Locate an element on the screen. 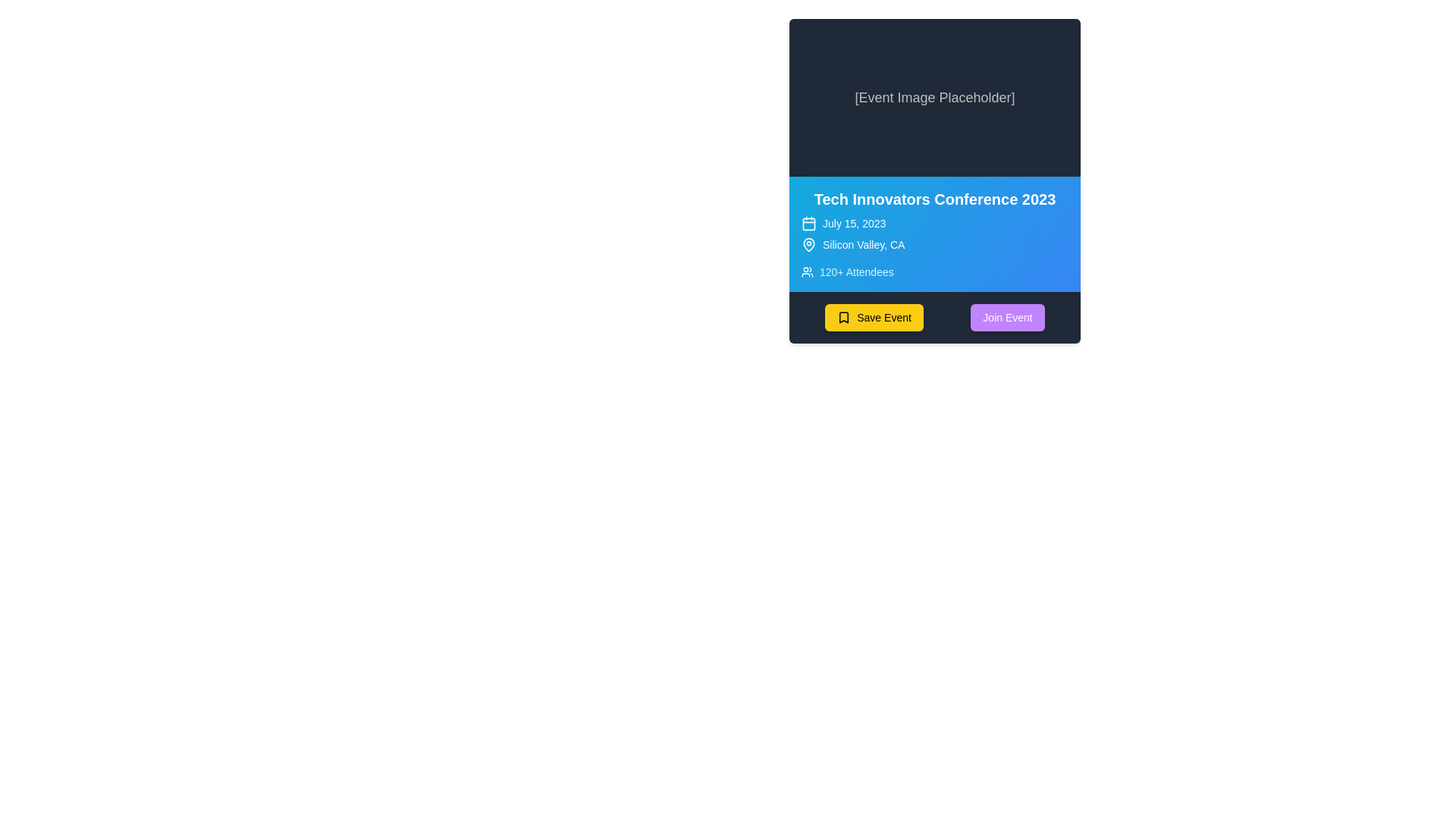 Image resolution: width=1456 pixels, height=819 pixels. the decorative blue rectangle element of the calendar icon located to the left of the text 'July 15, 2023' under the title 'Tech Innovators Conference 2023' is located at coordinates (808, 223).